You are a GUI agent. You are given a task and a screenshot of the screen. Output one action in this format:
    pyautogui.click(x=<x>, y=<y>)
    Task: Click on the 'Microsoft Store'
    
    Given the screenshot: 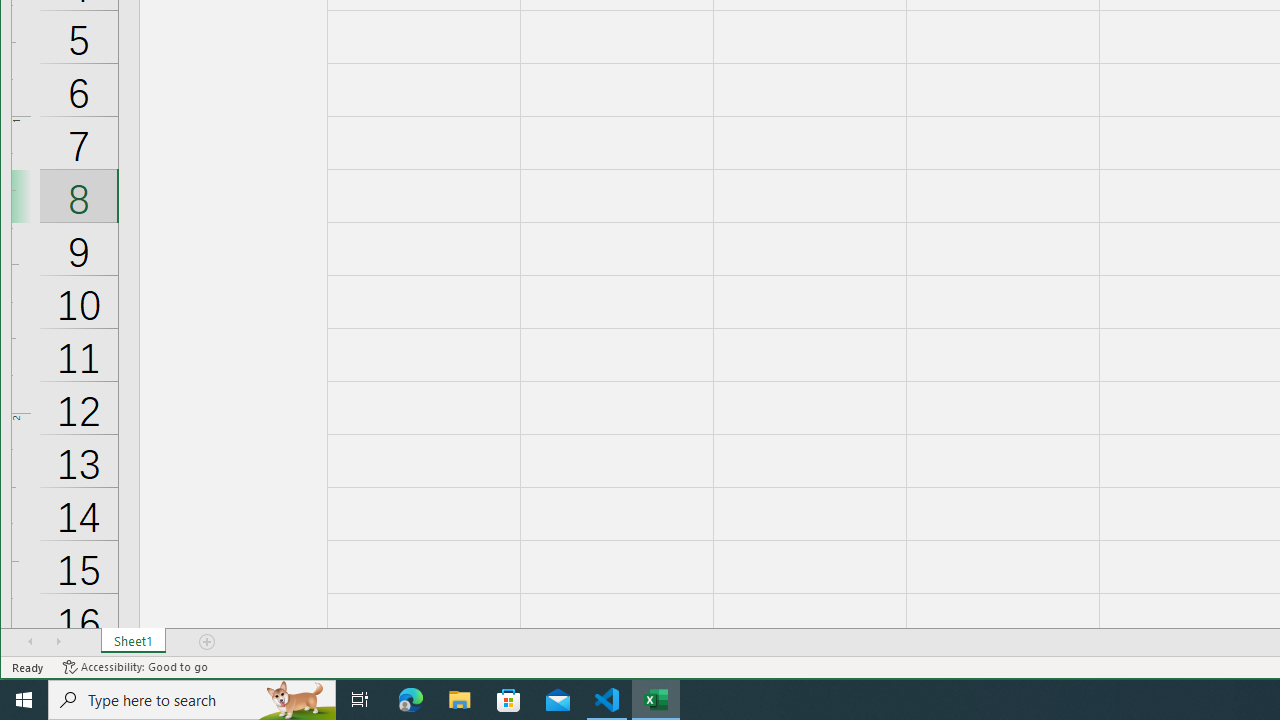 What is the action you would take?
    pyautogui.click(x=509, y=698)
    